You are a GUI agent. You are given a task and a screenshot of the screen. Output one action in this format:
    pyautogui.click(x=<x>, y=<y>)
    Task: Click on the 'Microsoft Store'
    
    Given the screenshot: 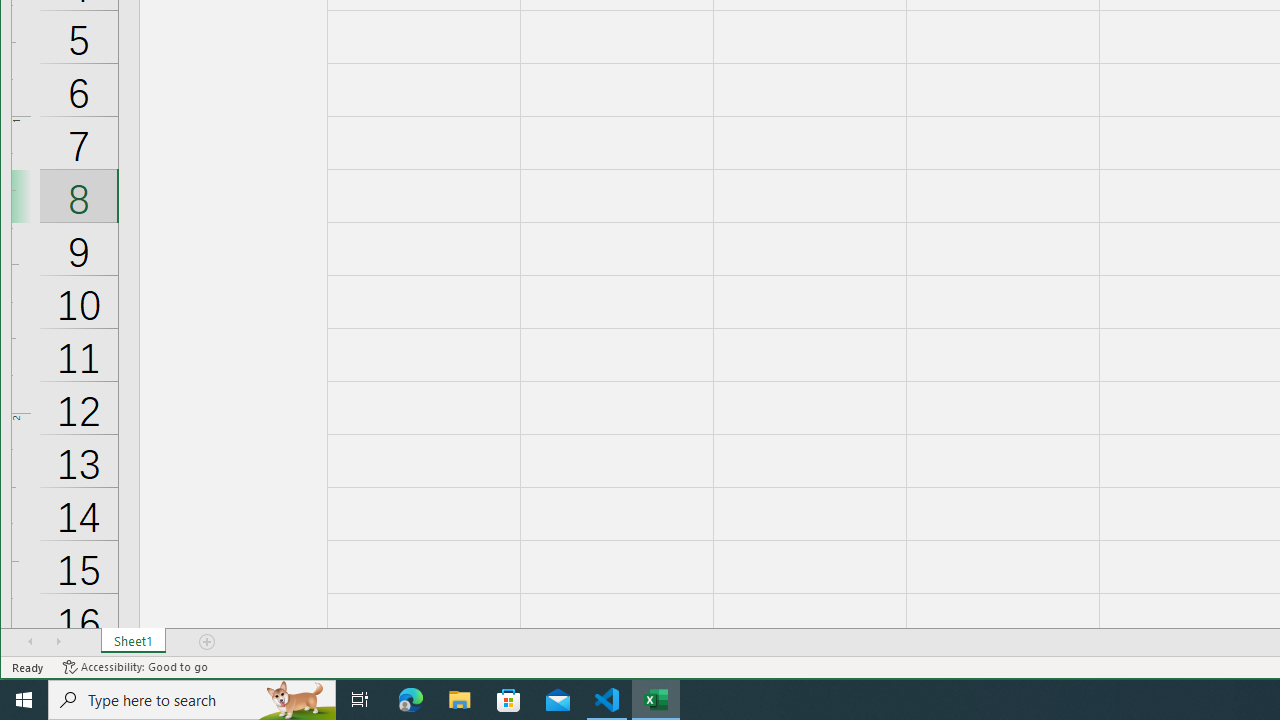 What is the action you would take?
    pyautogui.click(x=509, y=698)
    